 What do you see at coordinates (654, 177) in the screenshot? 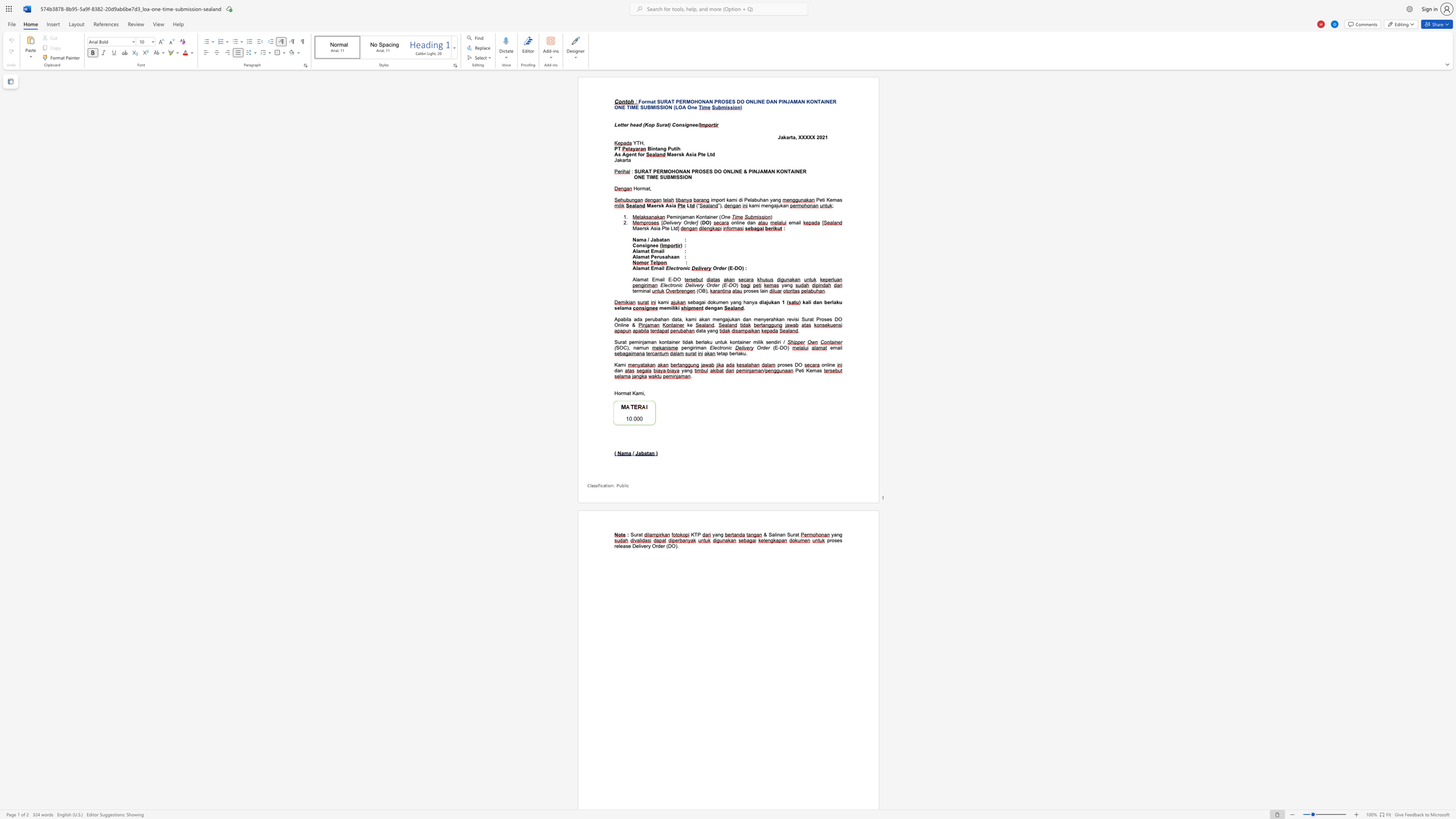
I see `the space between the continuous character "M" and "E" in the text` at bounding box center [654, 177].